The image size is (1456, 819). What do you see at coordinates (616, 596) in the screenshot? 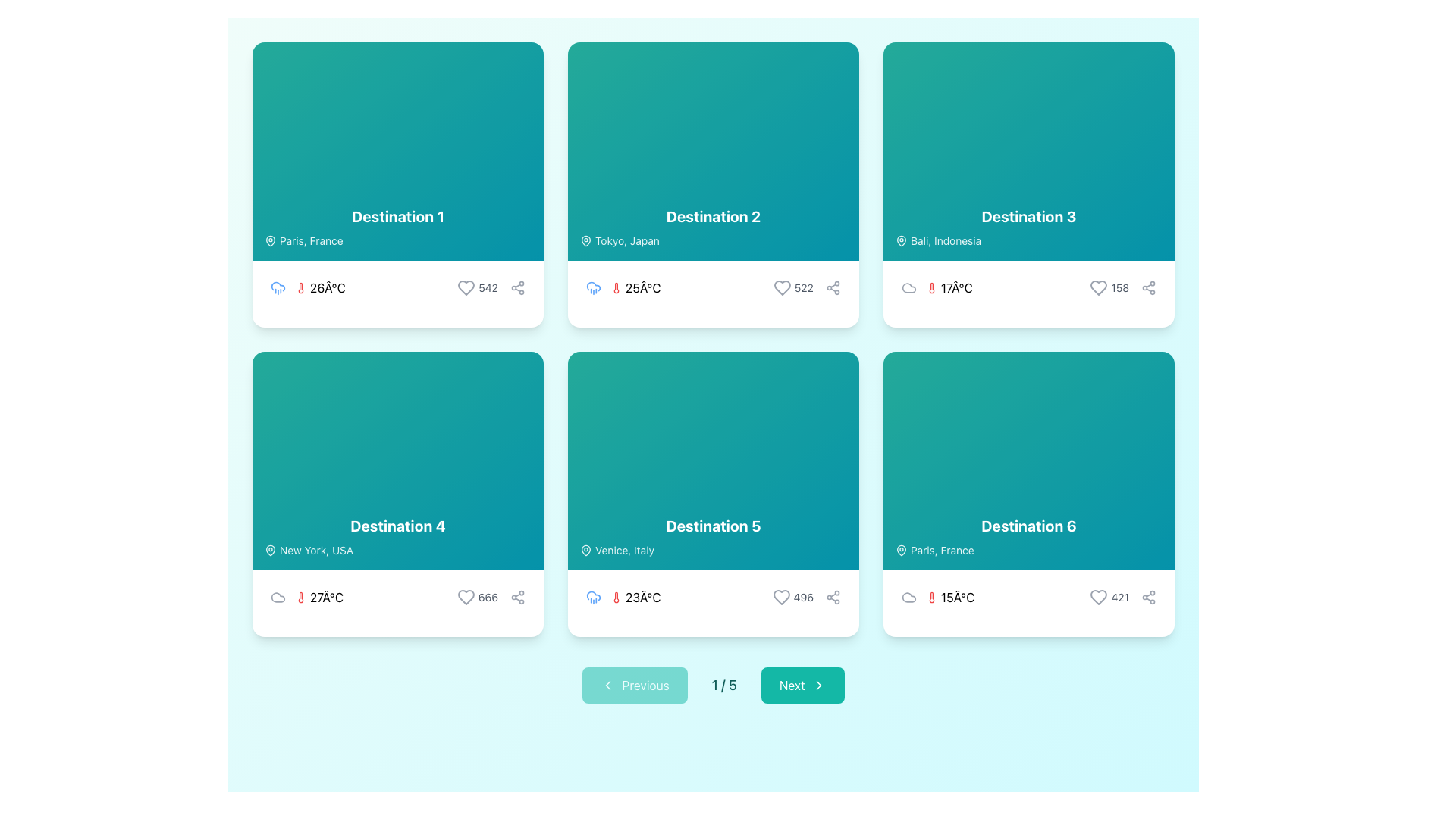
I see `the small red thermometer icon located to the left of the text '23°C' in the fifth card of the grid layout` at bounding box center [616, 596].